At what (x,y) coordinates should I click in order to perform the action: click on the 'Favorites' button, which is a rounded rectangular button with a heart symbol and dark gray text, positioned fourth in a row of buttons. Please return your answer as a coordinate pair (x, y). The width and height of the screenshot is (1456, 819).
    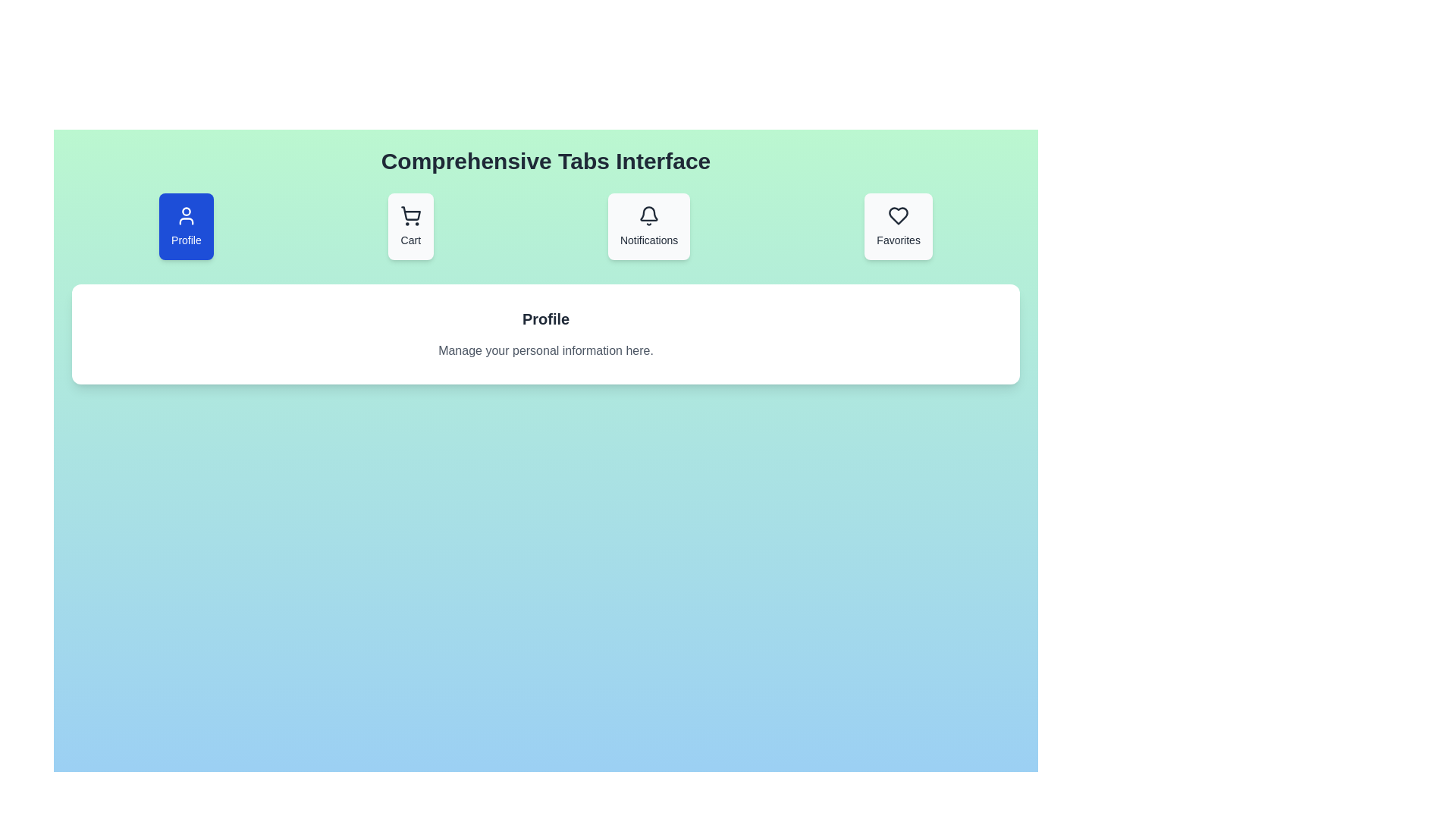
    Looking at the image, I should click on (899, 227).